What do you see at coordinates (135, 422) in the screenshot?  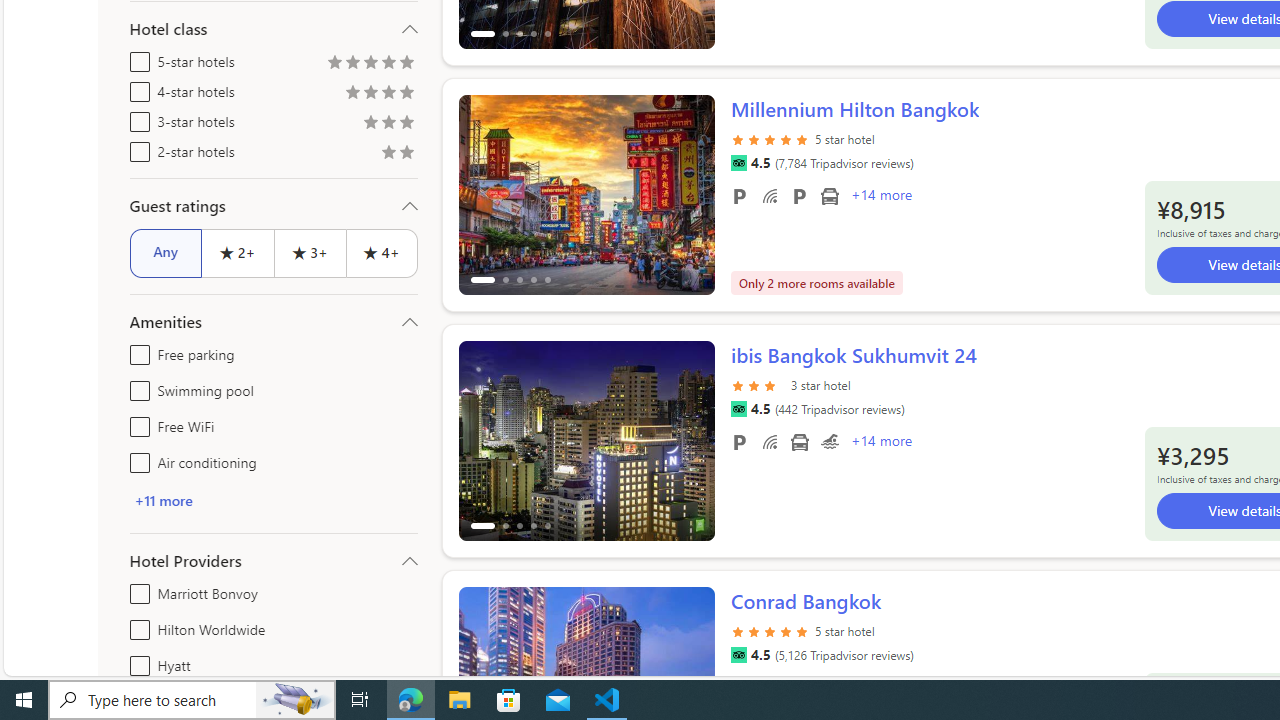 I see `'Free WiFi'` at bounding box center [135, 422].